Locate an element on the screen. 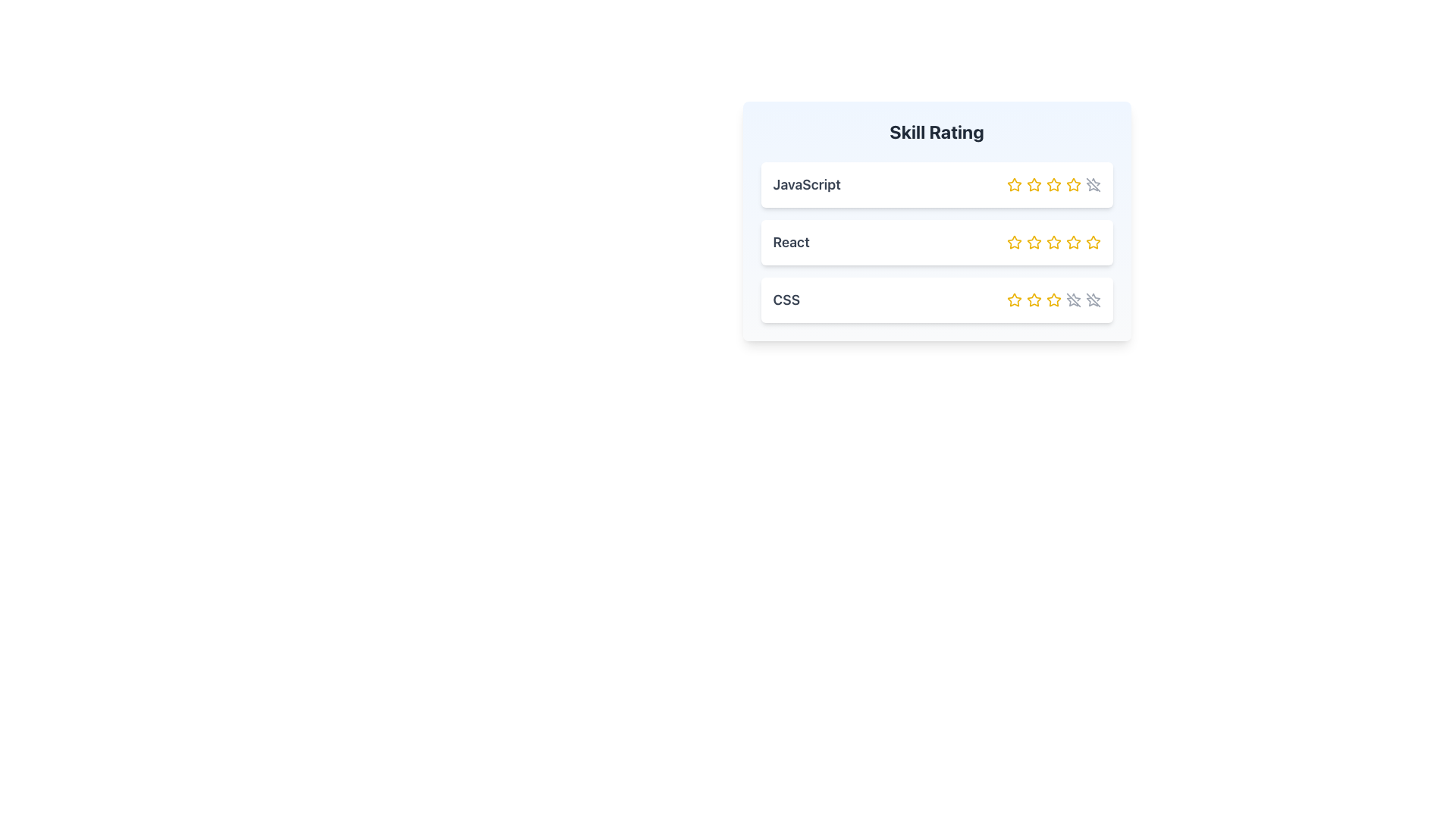 This screenshot has height=819, width=1456. interaction on the second star icon button in the JavaScript skill rating row of the rating widget is located at coordinates (1033, 184).